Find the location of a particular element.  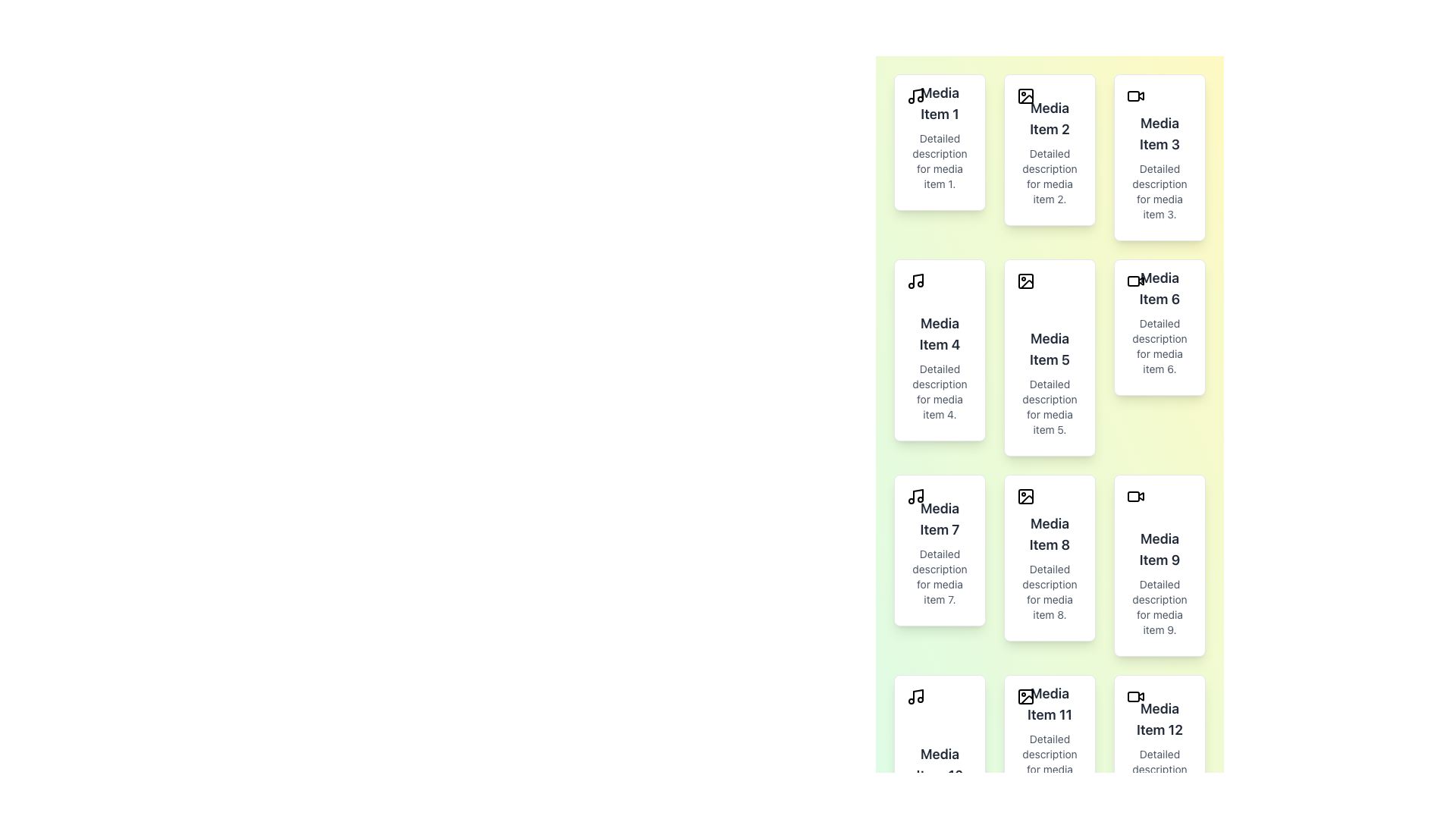

the vector graphic representing a musical note, which is part of an SVG graphic with a black stroke, located to the left of the 'Media Item 1' text in the first column is located at coordinates (917, 94).